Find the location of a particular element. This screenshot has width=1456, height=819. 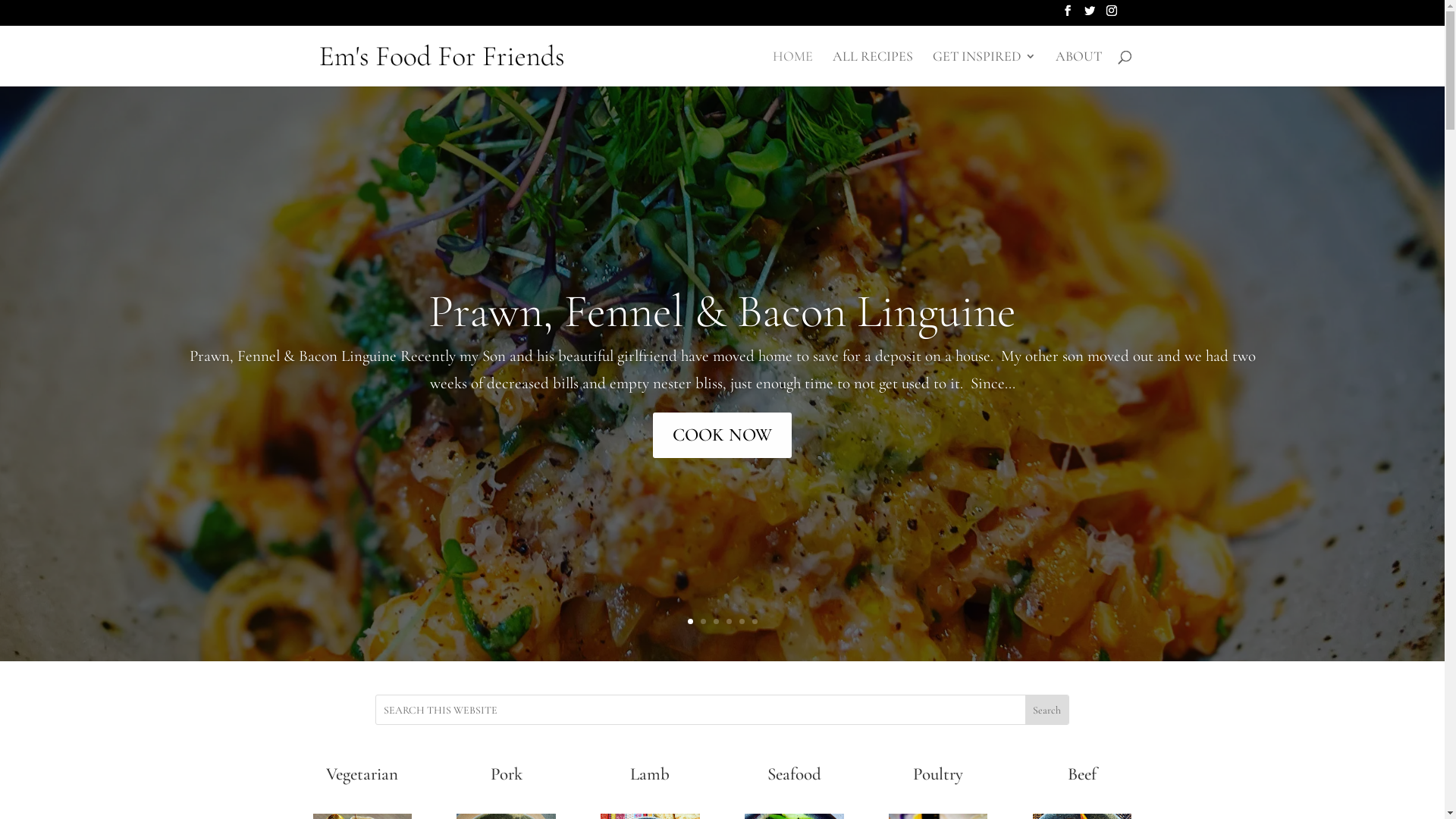

'ABOUT' is located at coordinates (1078, 67).